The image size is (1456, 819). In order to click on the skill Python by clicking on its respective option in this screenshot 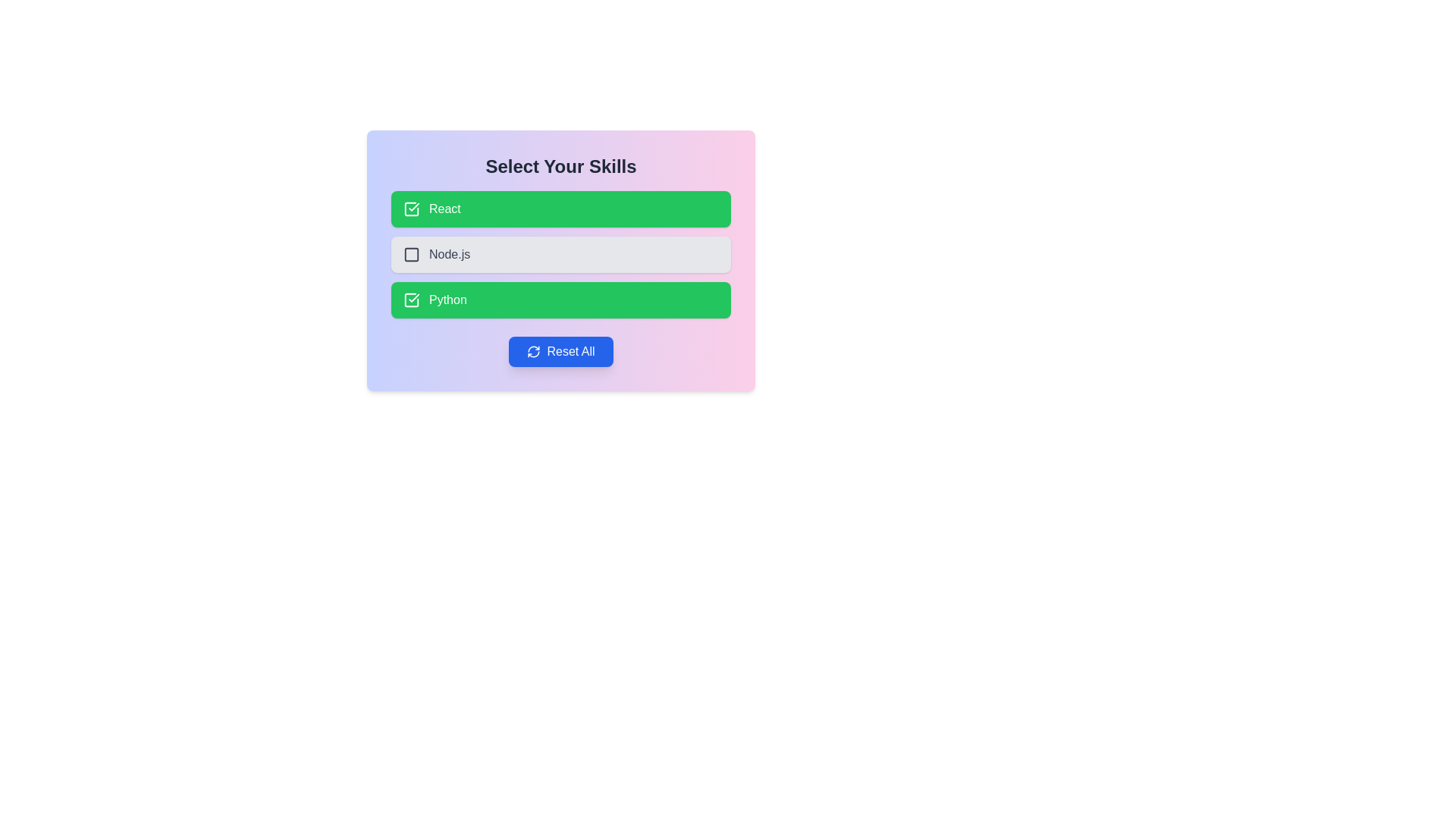, I will do `click(560, 300)`.